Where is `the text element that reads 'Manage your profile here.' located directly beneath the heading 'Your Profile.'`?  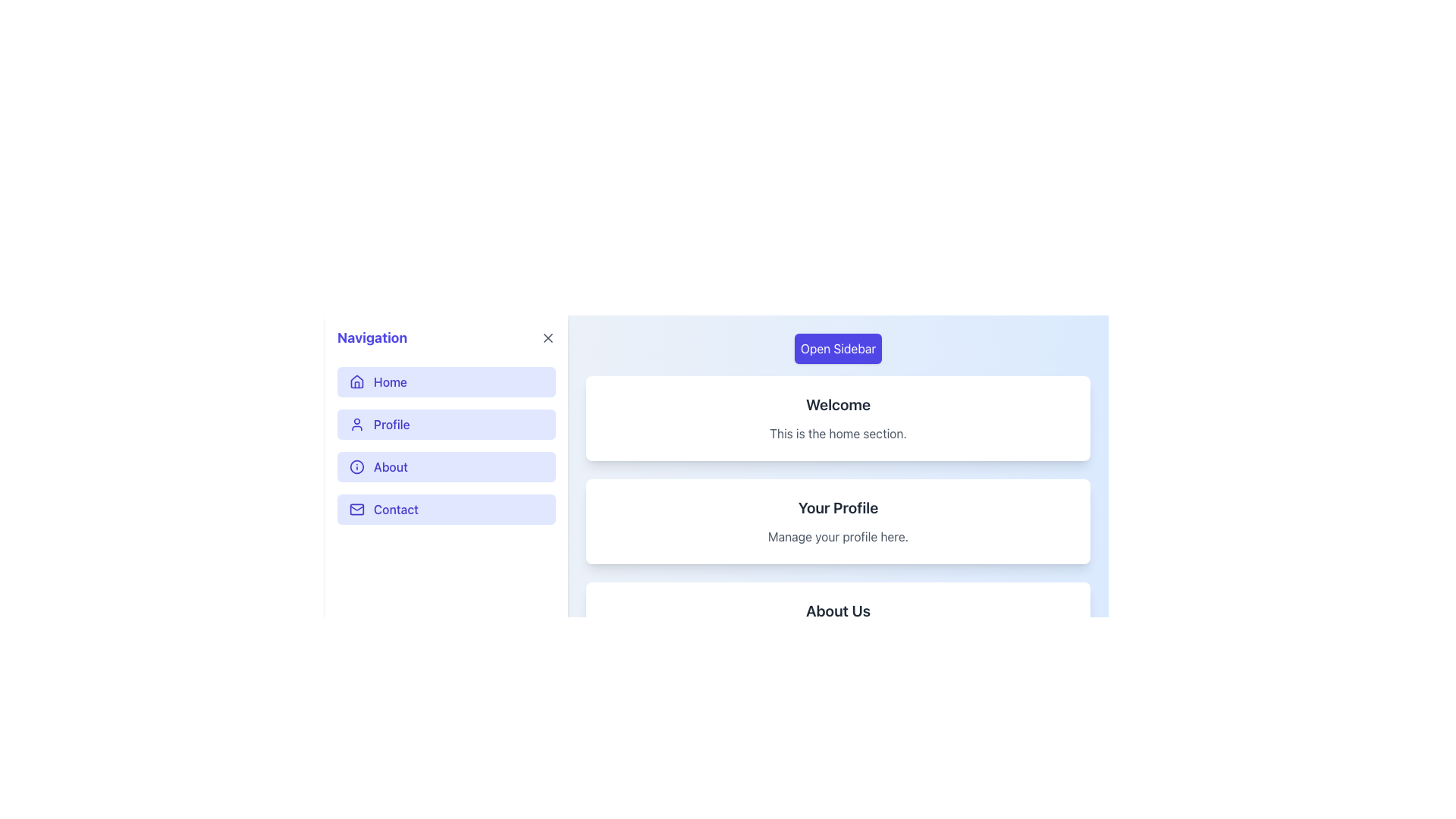
the text element that reads 'Manage your profile here.' located directly beneath the heading 'Your Profile.' is located at coordinates (837, 536).